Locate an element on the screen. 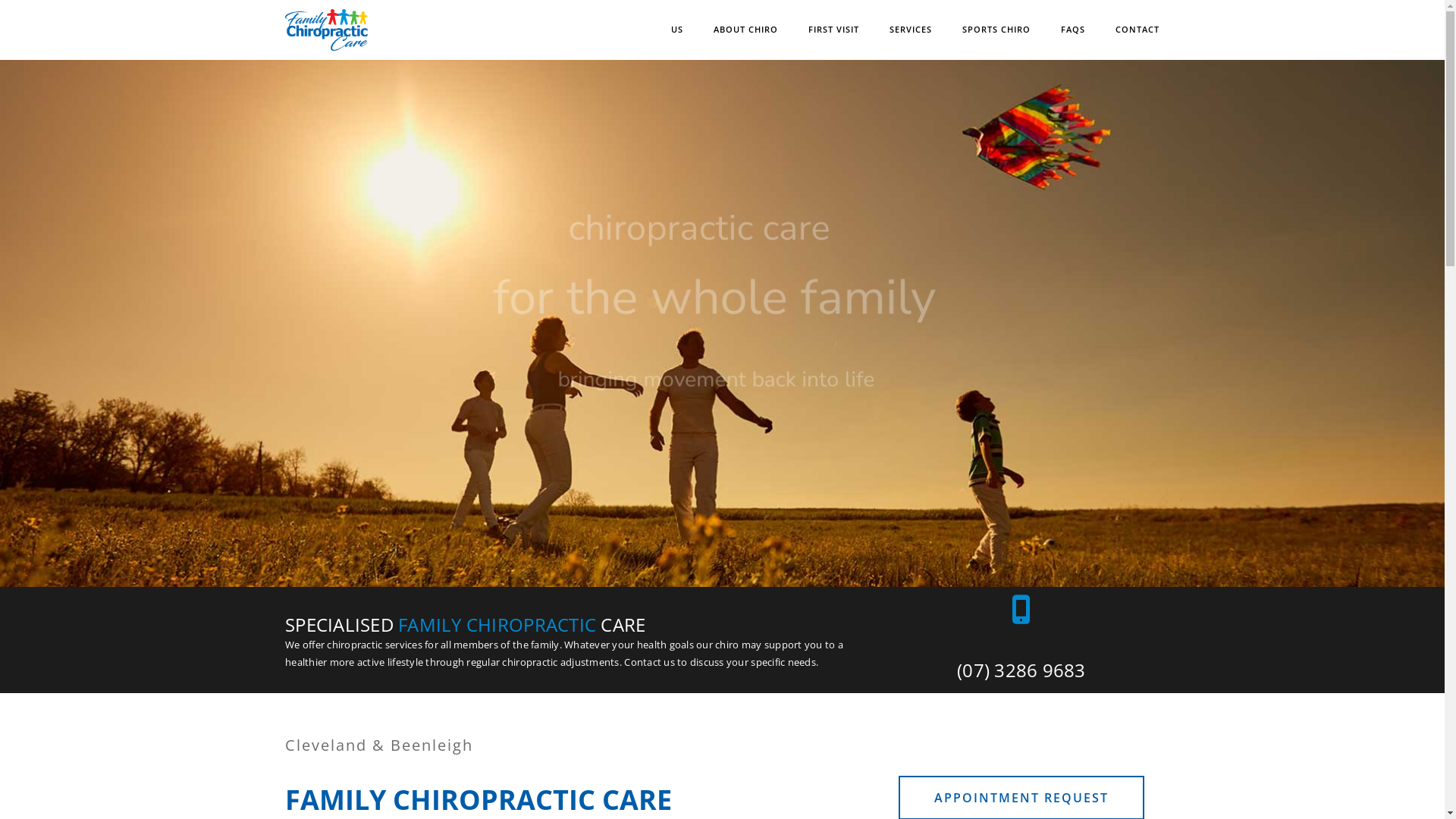 The width and height of the screenshot is (1456, 819). 'ABOUT CHIRO' is located at coordinates (712, 30).